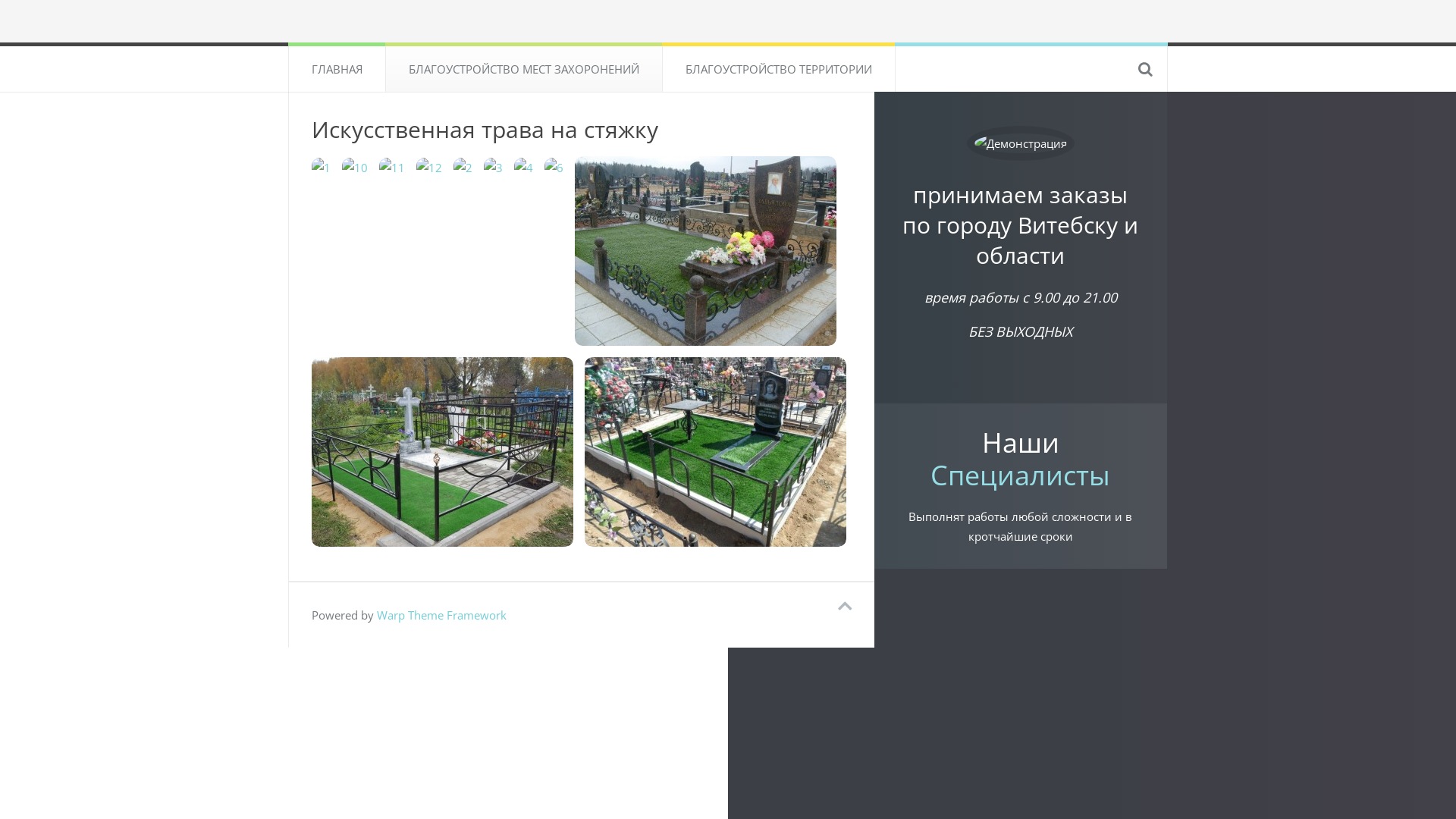  Describe the element at coordinates (574, 250) in the screenshot. I see `'7'` at that location.